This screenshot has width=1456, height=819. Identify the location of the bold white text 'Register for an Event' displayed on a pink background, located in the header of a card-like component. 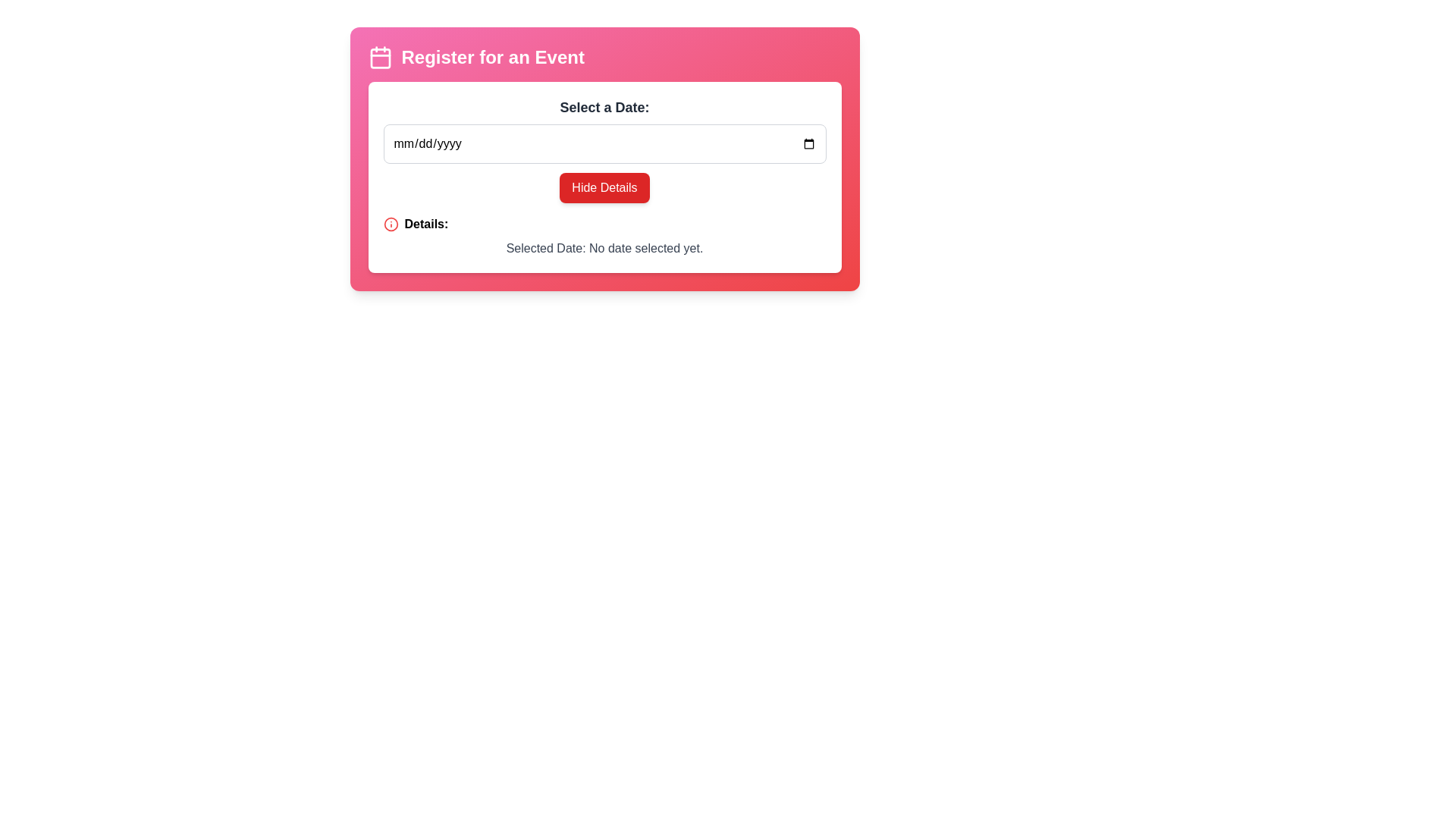
(493, 57).